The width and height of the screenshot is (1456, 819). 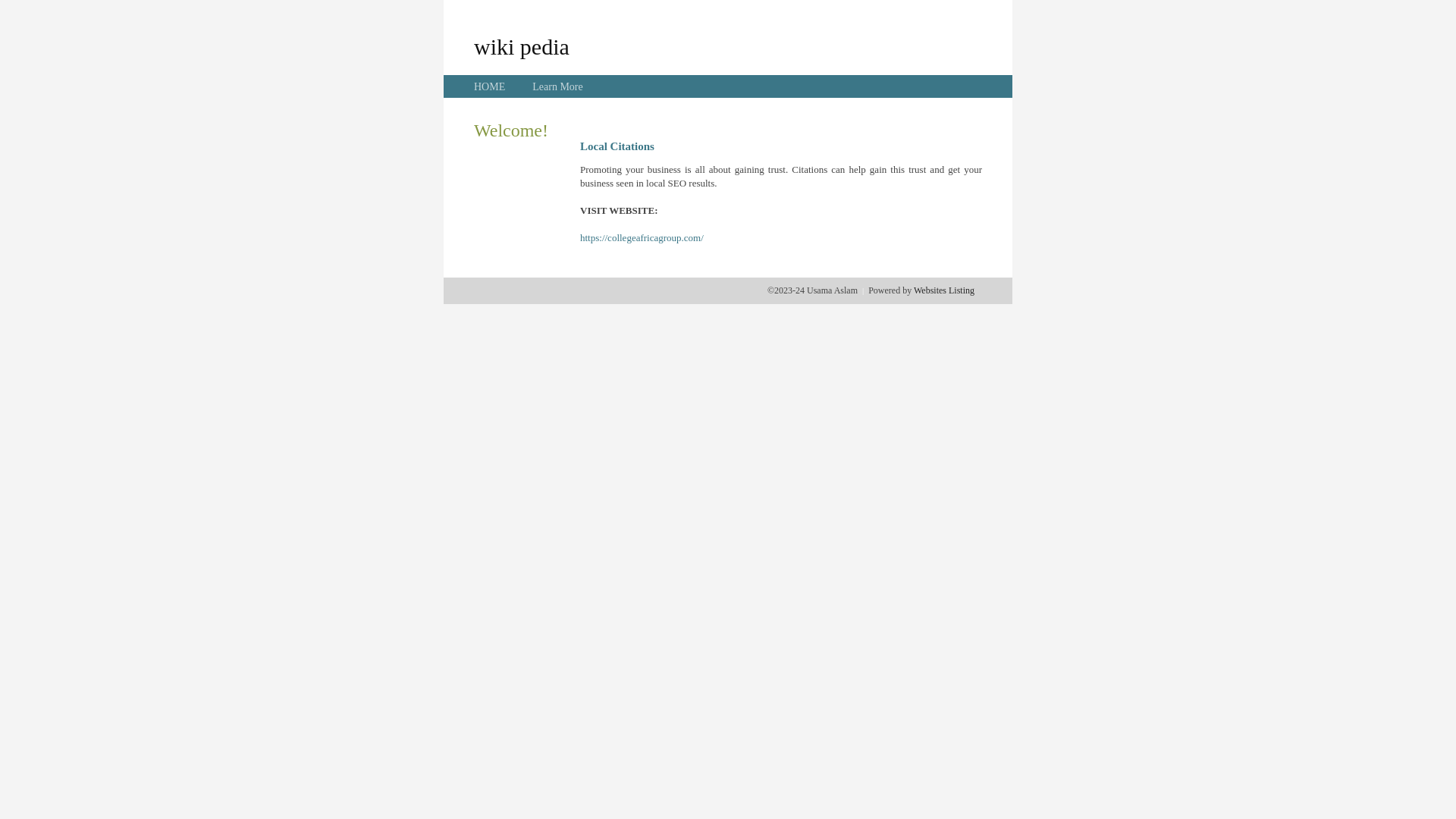 I want to click on 'wiki pedia', so click(x=521, y=45).